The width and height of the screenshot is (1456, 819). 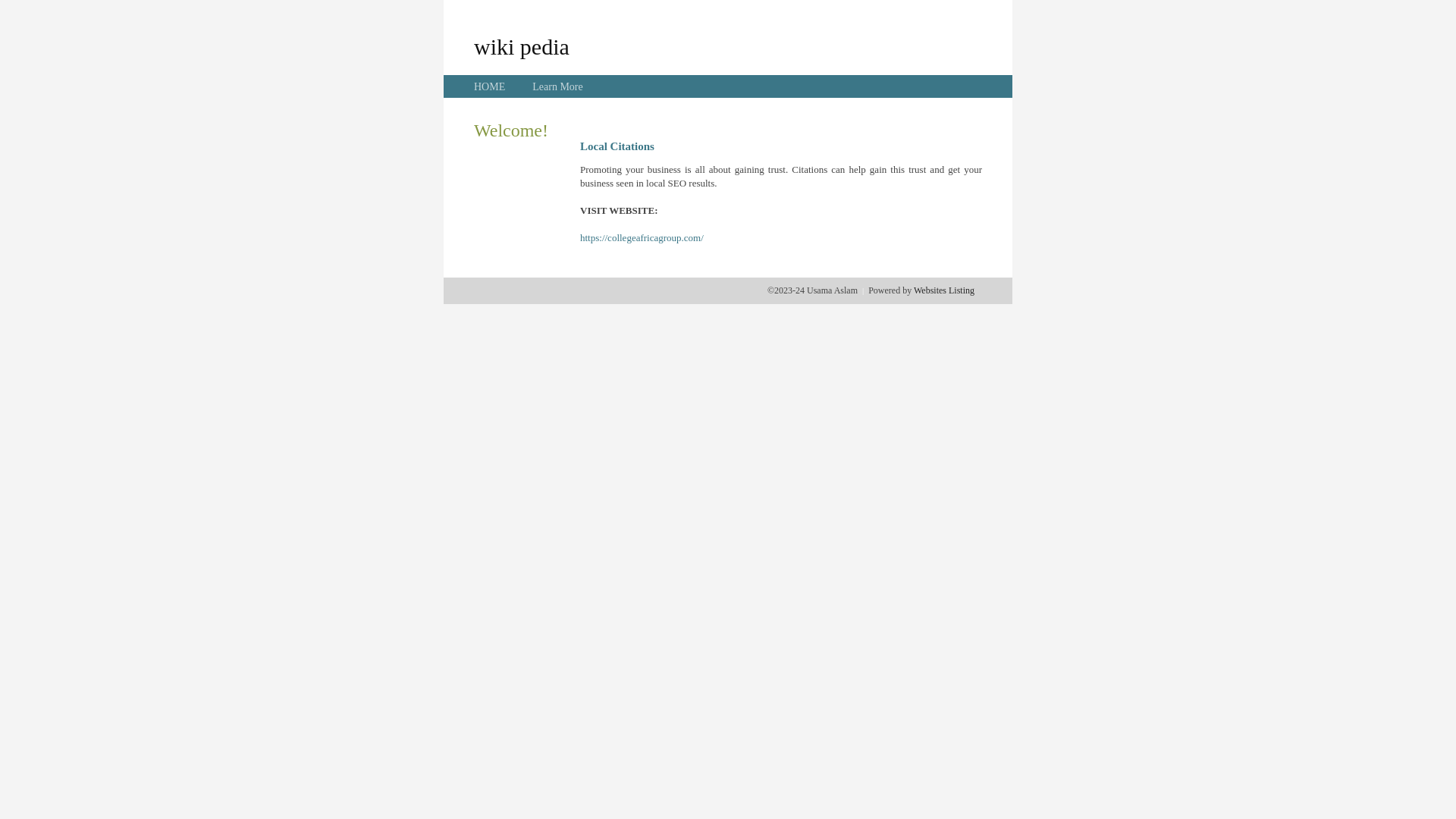 I want to click on 'wiki pedia', so click(x=521, y=45).